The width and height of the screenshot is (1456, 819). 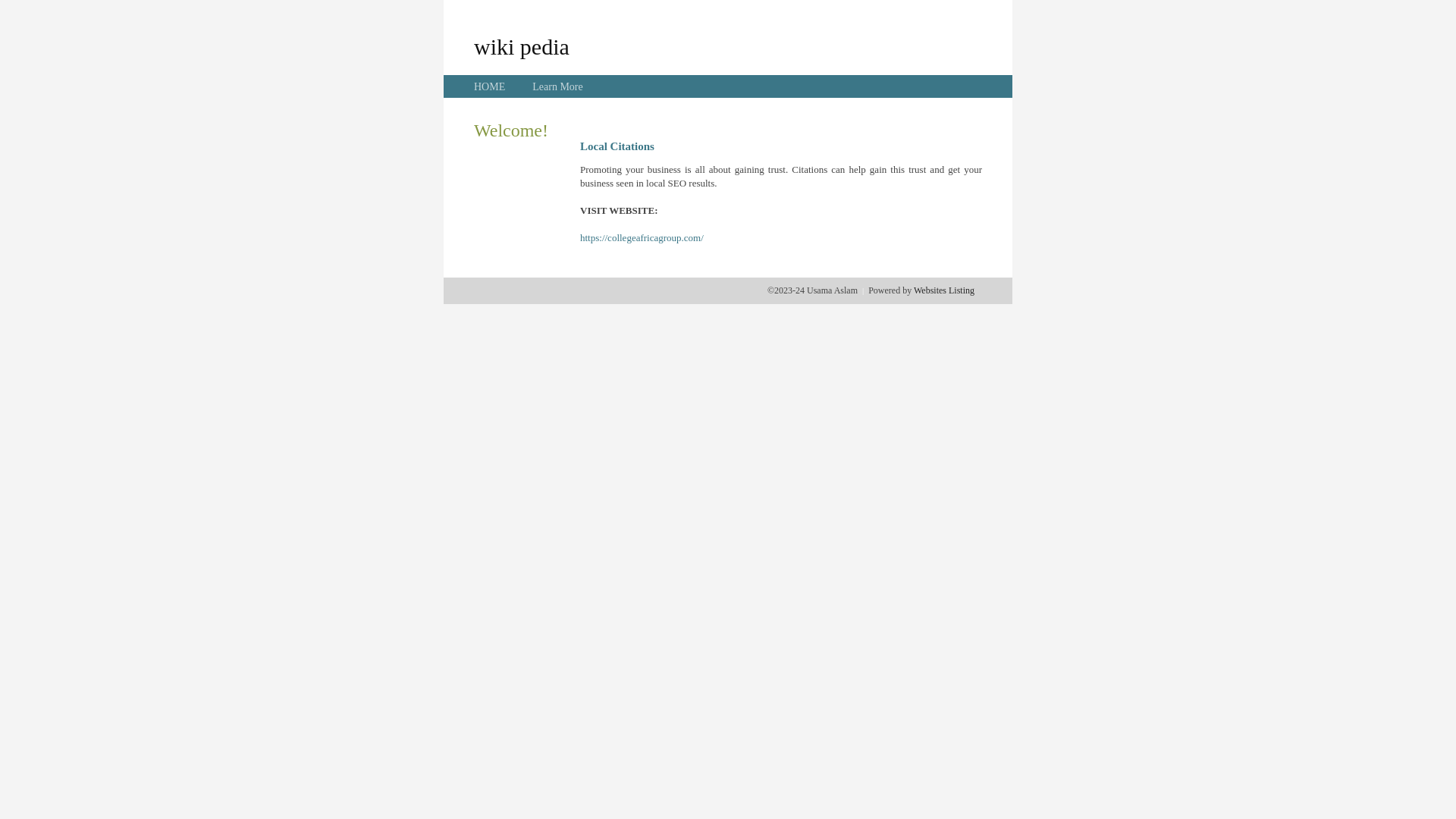 I want to click on 'wiki pedia', so click(x=521, y=45).